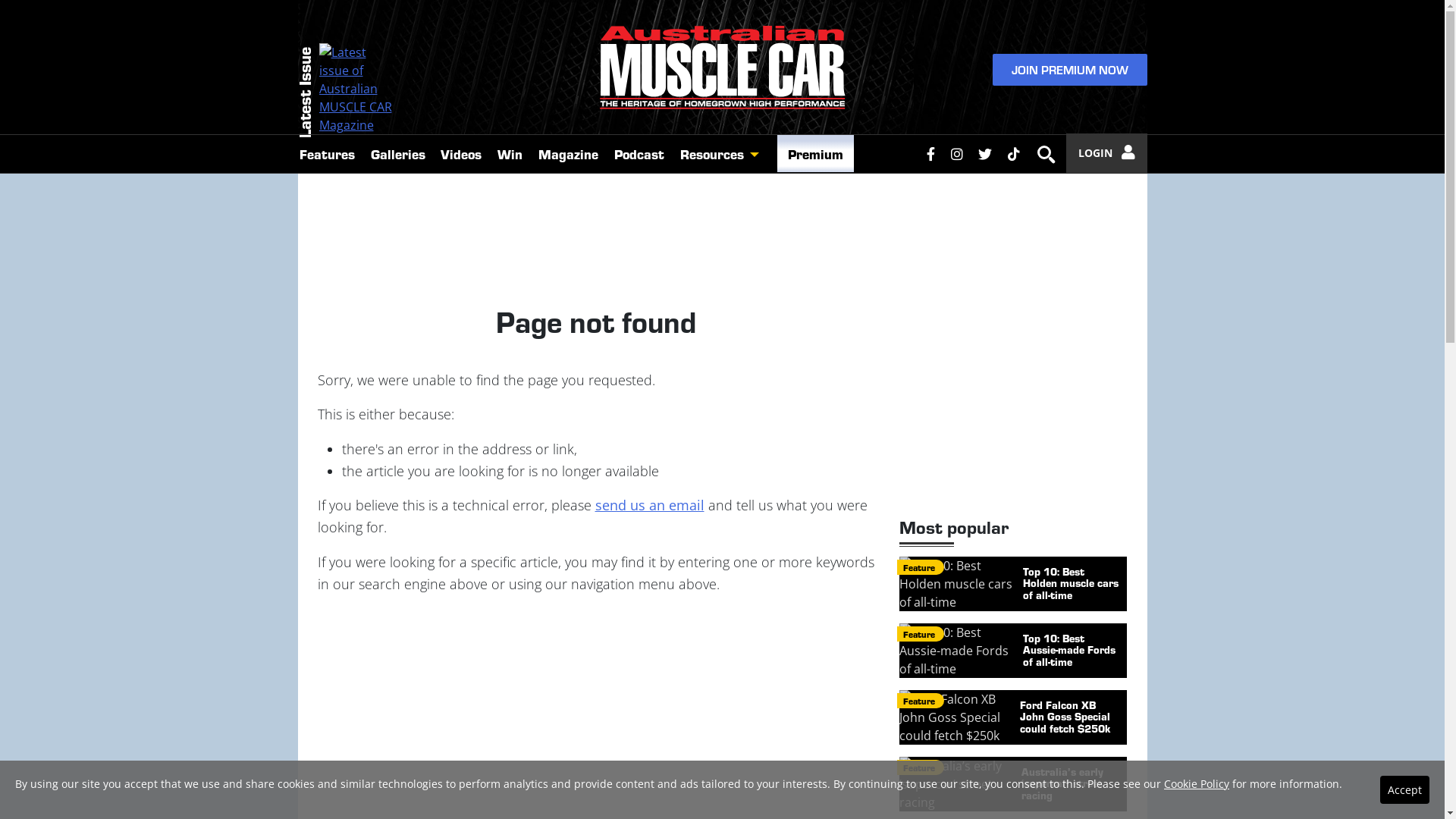 Image resolution: width=1456 pixels, height=819 pixels. I want to click on 'Galleries', so click(362, 153).